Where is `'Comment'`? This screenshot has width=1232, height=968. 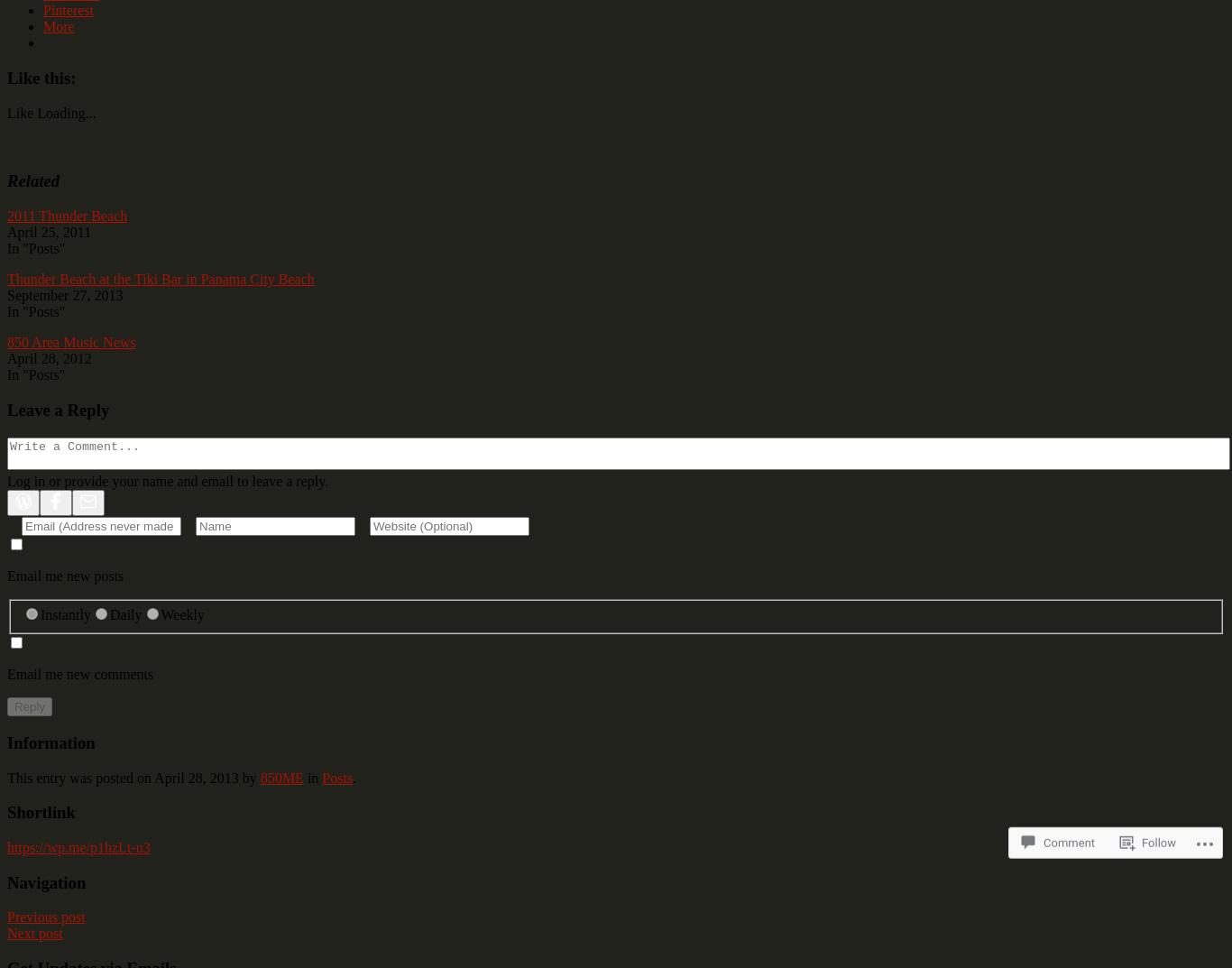 'Comment' is located at coordinates (1044, 811).